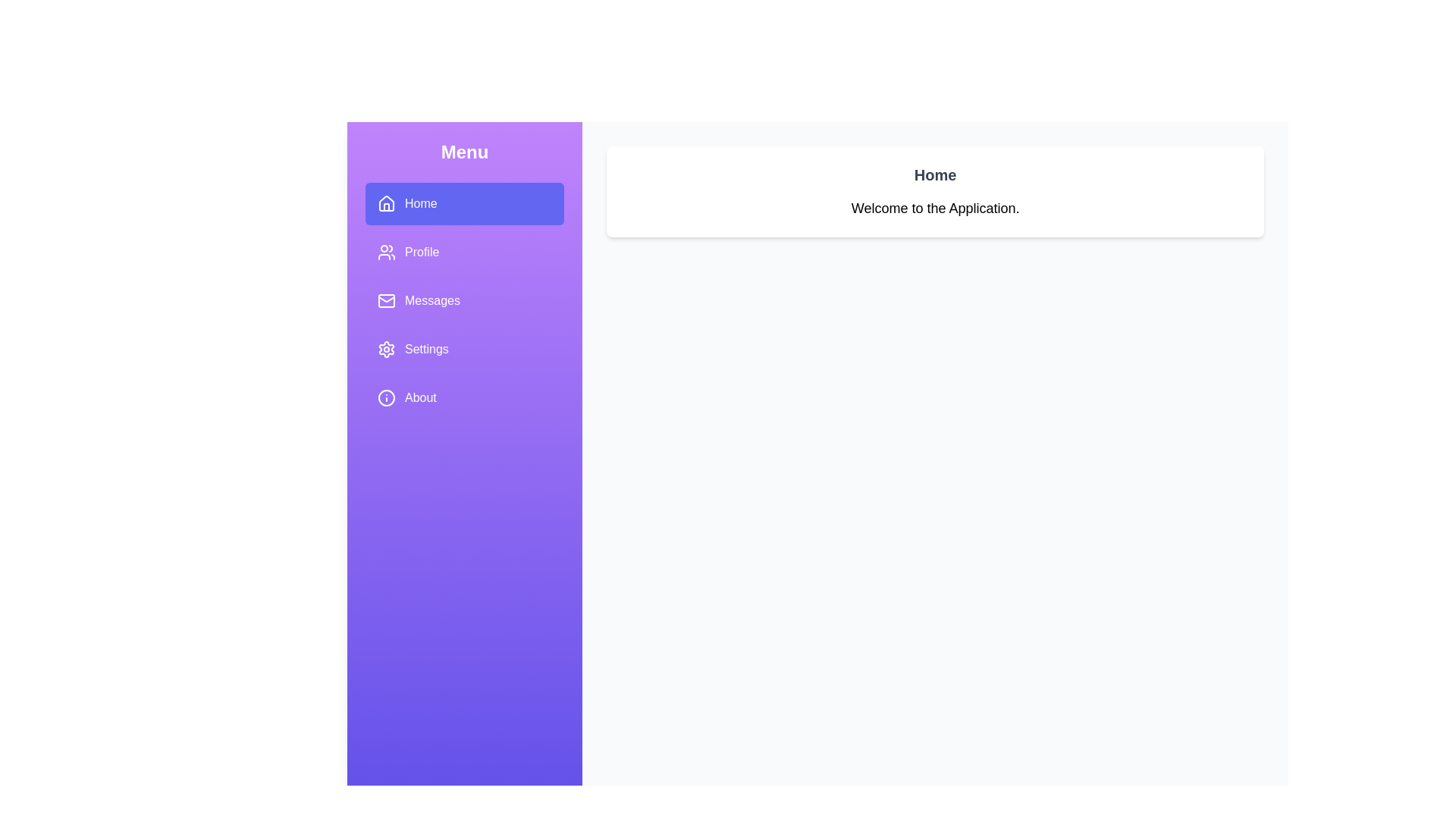 Image resolution: width=1456 pixels, height=819 pixels. I want to click on the envelope icon representing the 'Messages' menu item in the sidebar, which is the third item listed under 'Home' and 'Profile', so click(386, 301).